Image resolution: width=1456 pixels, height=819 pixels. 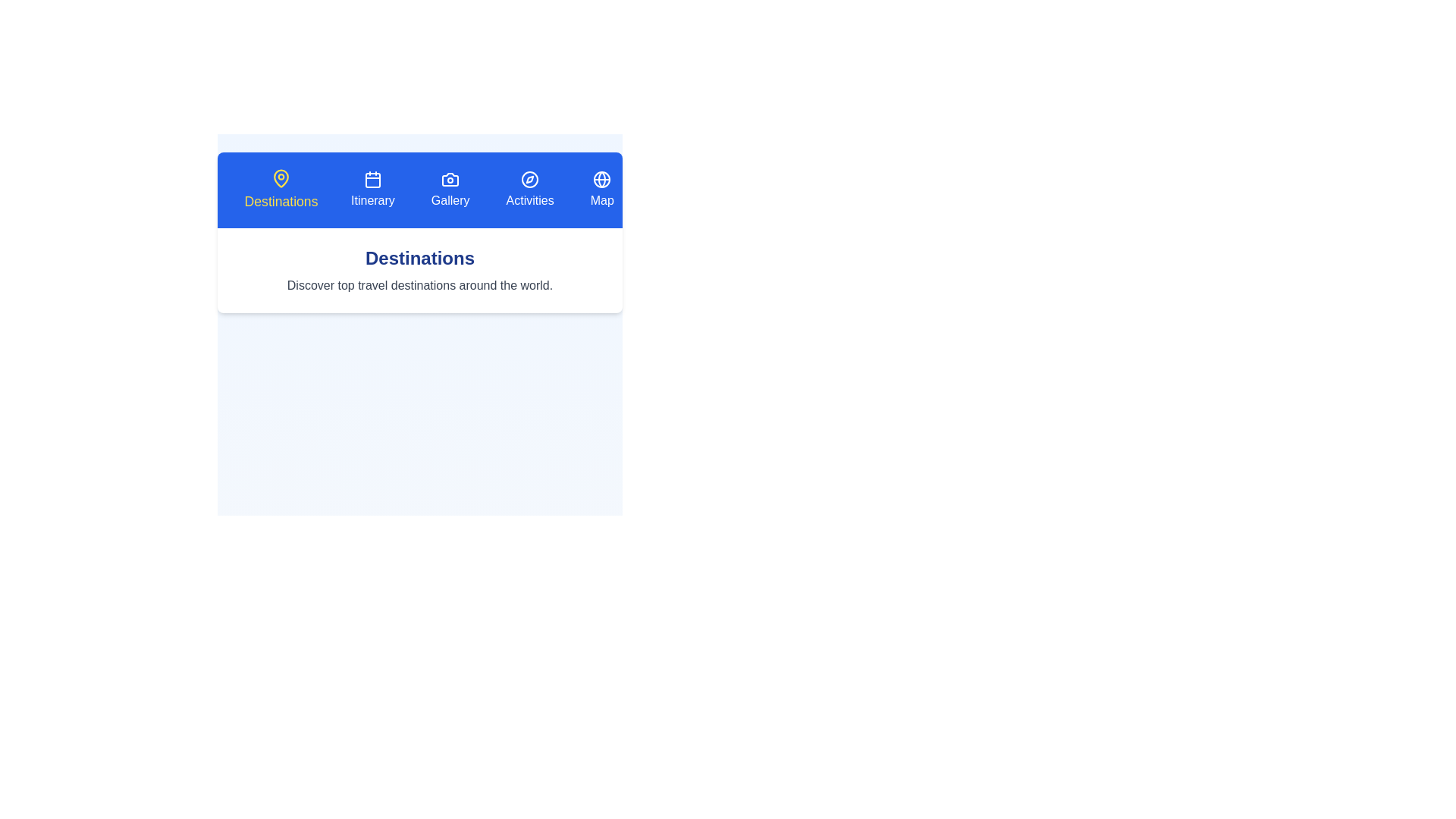 I want to click on the SVG icon representing the 'Destinations' feature located in the section header before the text 'Destinations', so click(x=281, y=177).